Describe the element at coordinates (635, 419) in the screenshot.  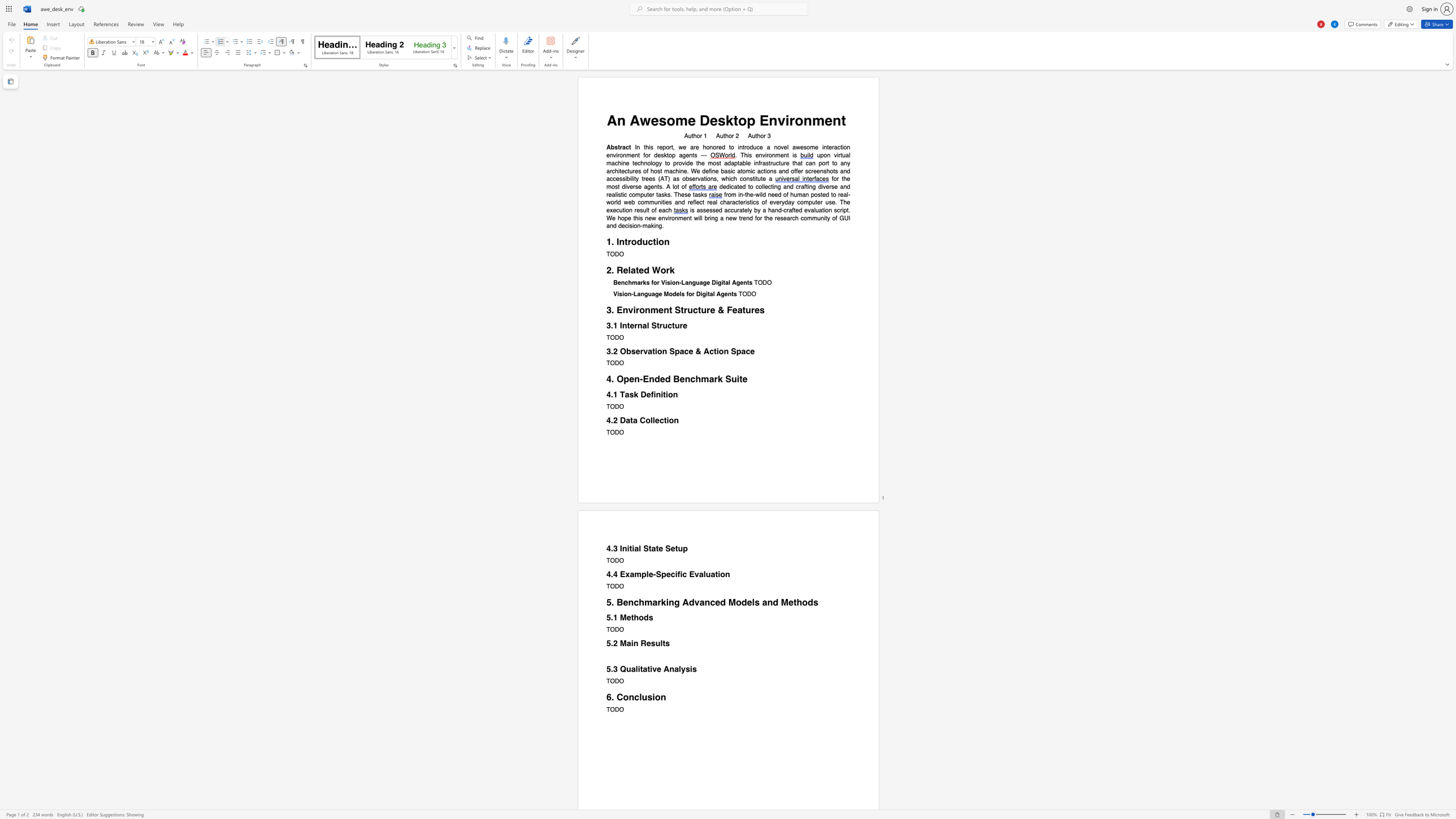
I see `the 2th character "a" in the text` at that location.